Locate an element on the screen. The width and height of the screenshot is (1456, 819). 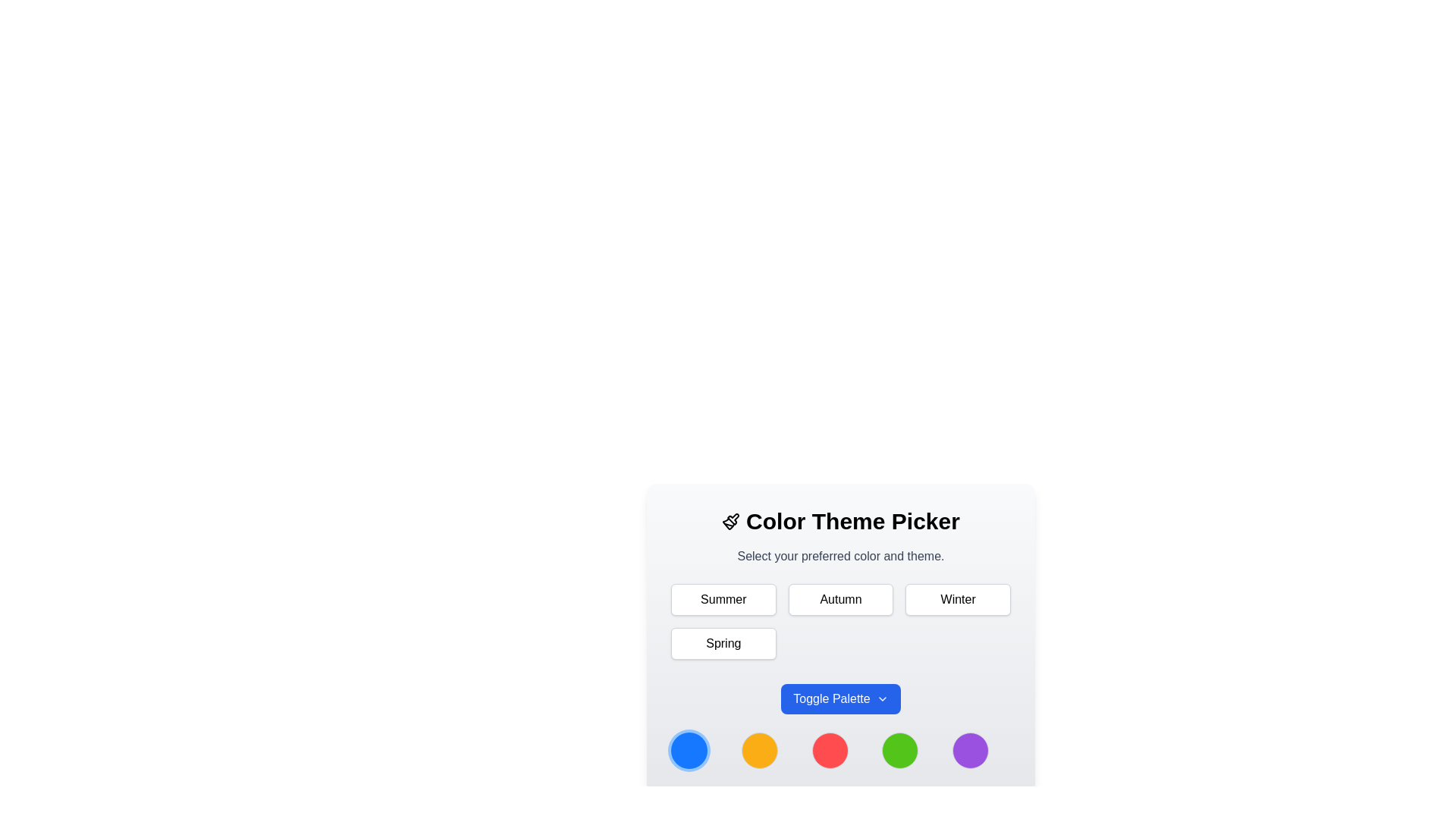
the third circular button in the color palette located at the center bottom area of the interface, under the 'Toggle Palette' button is located at coordinates (829, 751).